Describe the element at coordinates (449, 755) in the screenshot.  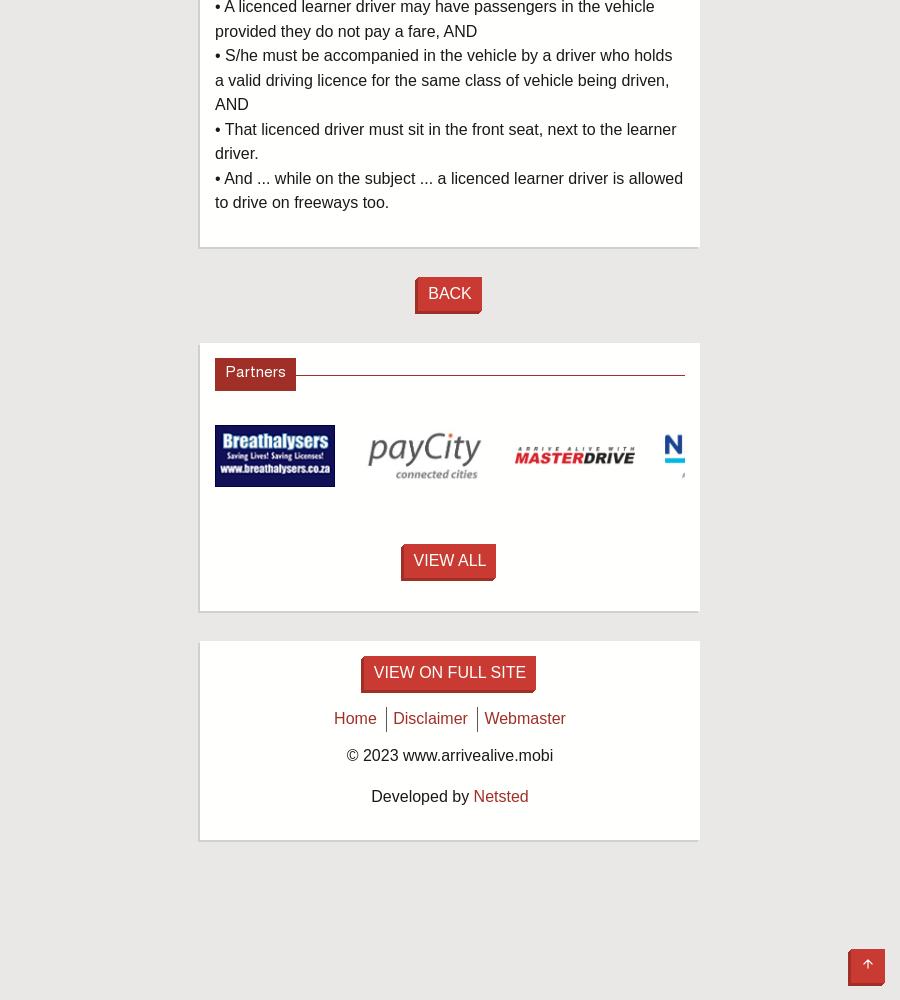
I see `'© 2023 www.arrivealive.mobi'` at that location.